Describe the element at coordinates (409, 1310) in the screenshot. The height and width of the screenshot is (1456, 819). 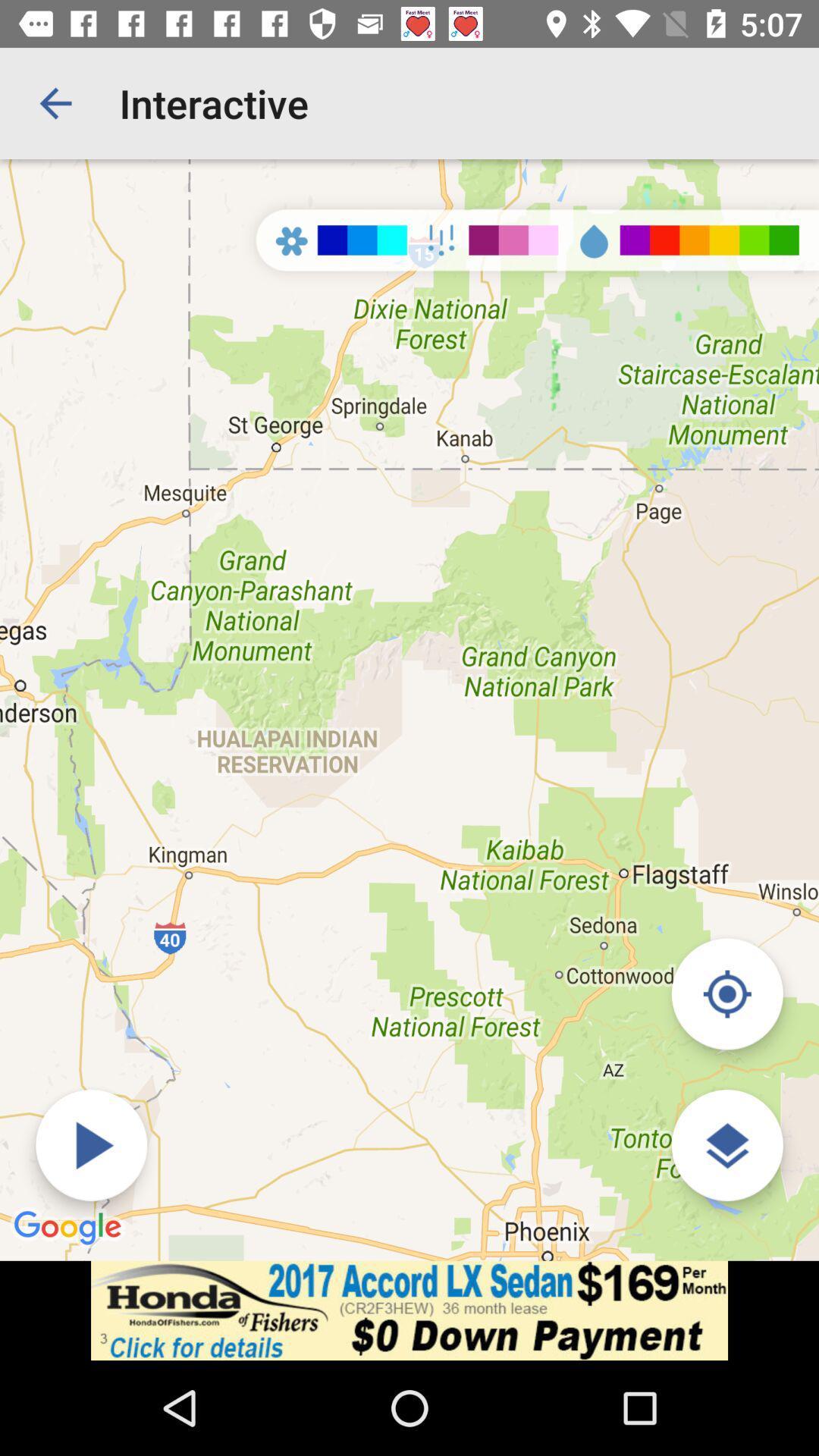
I see `redirects you to offer page` at that location.